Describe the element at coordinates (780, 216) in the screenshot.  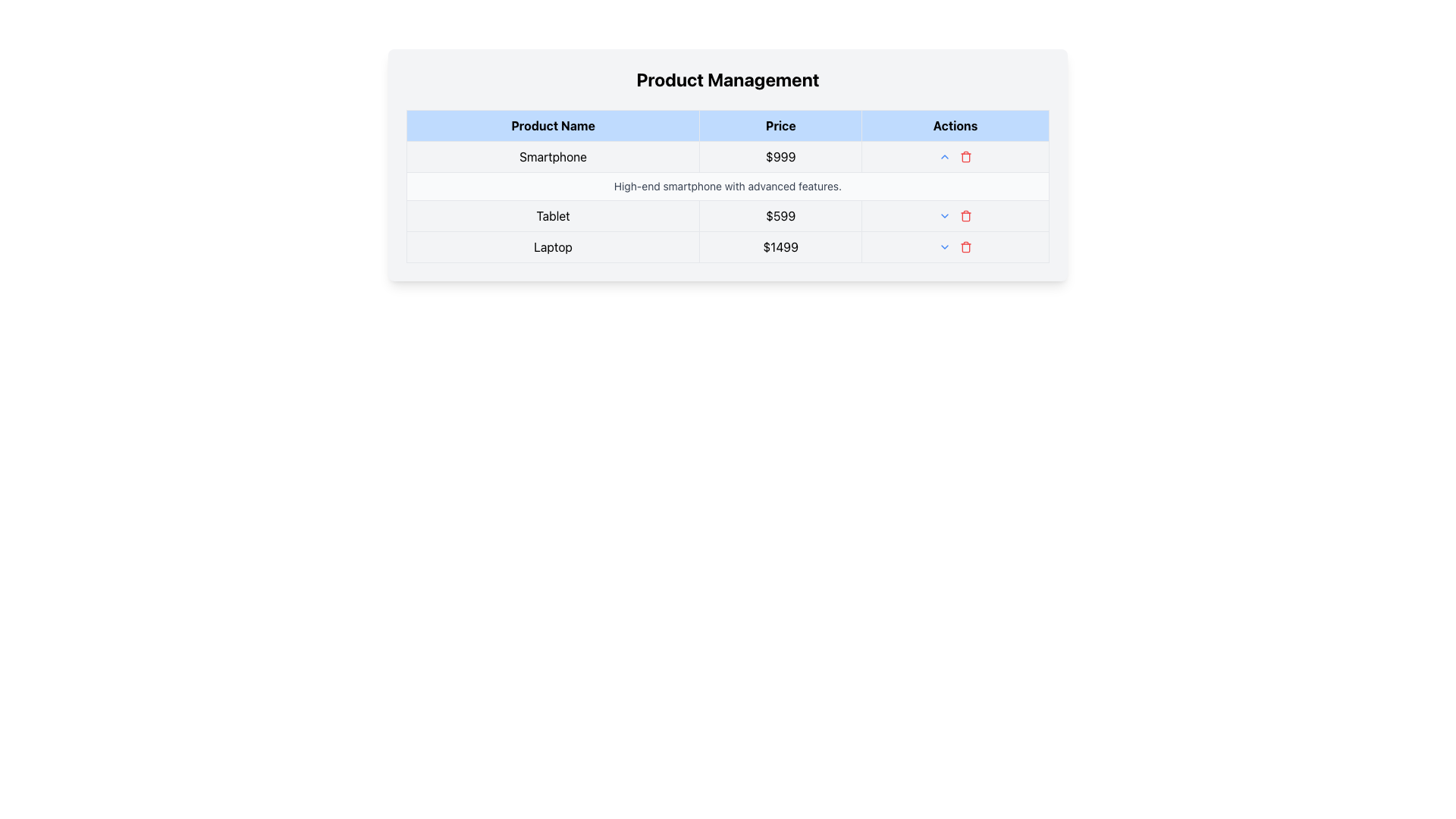
I see `the Text label displaying '$599' which is located in the 'Price' column for the 'Tablet' product, positioned between the 'Tablet' cell and the 'Actions' cell` at that location.